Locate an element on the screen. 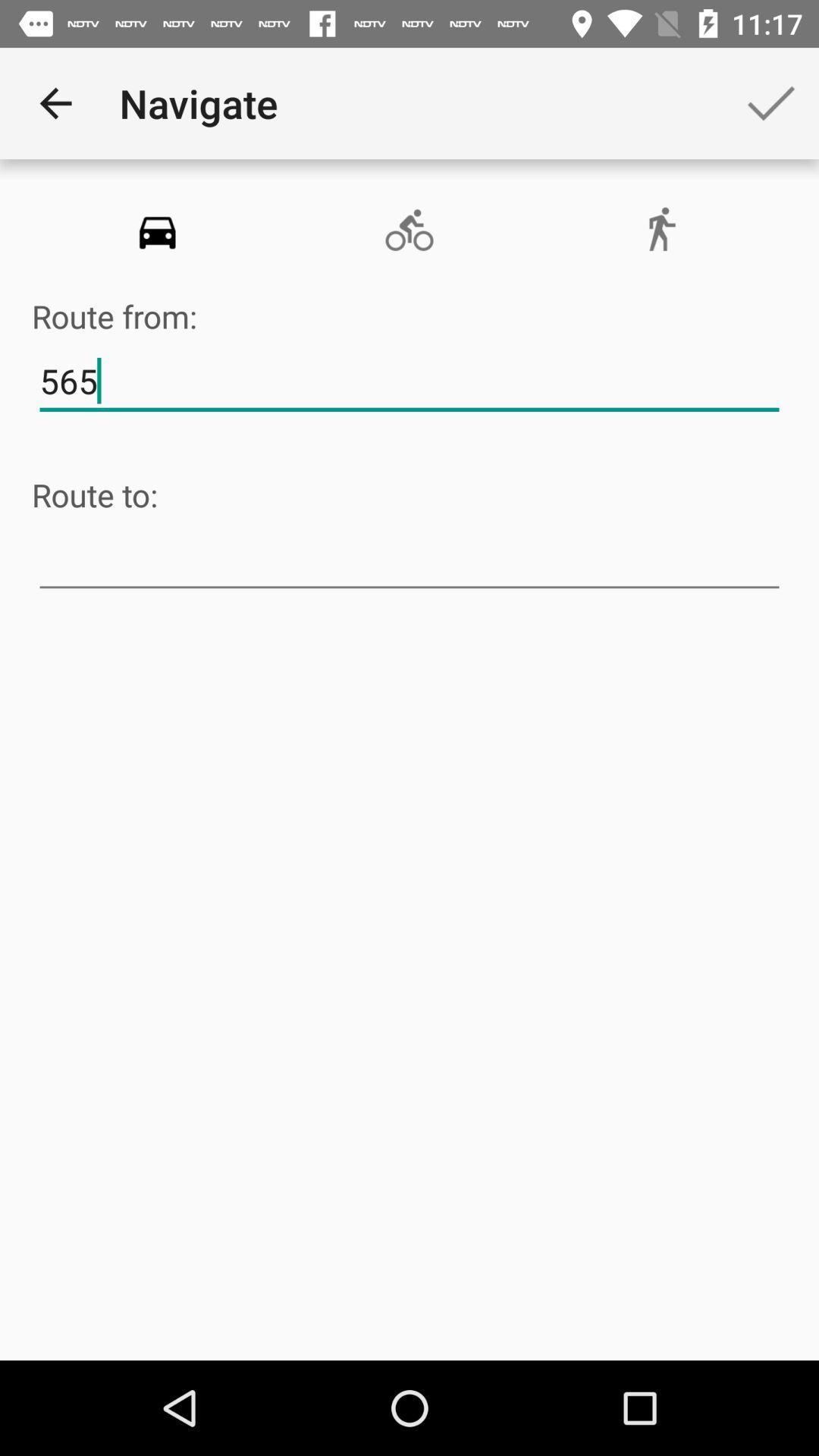 This screenshot has height=1456, width=819. item above the route to: is located at coordinates (409, 381).